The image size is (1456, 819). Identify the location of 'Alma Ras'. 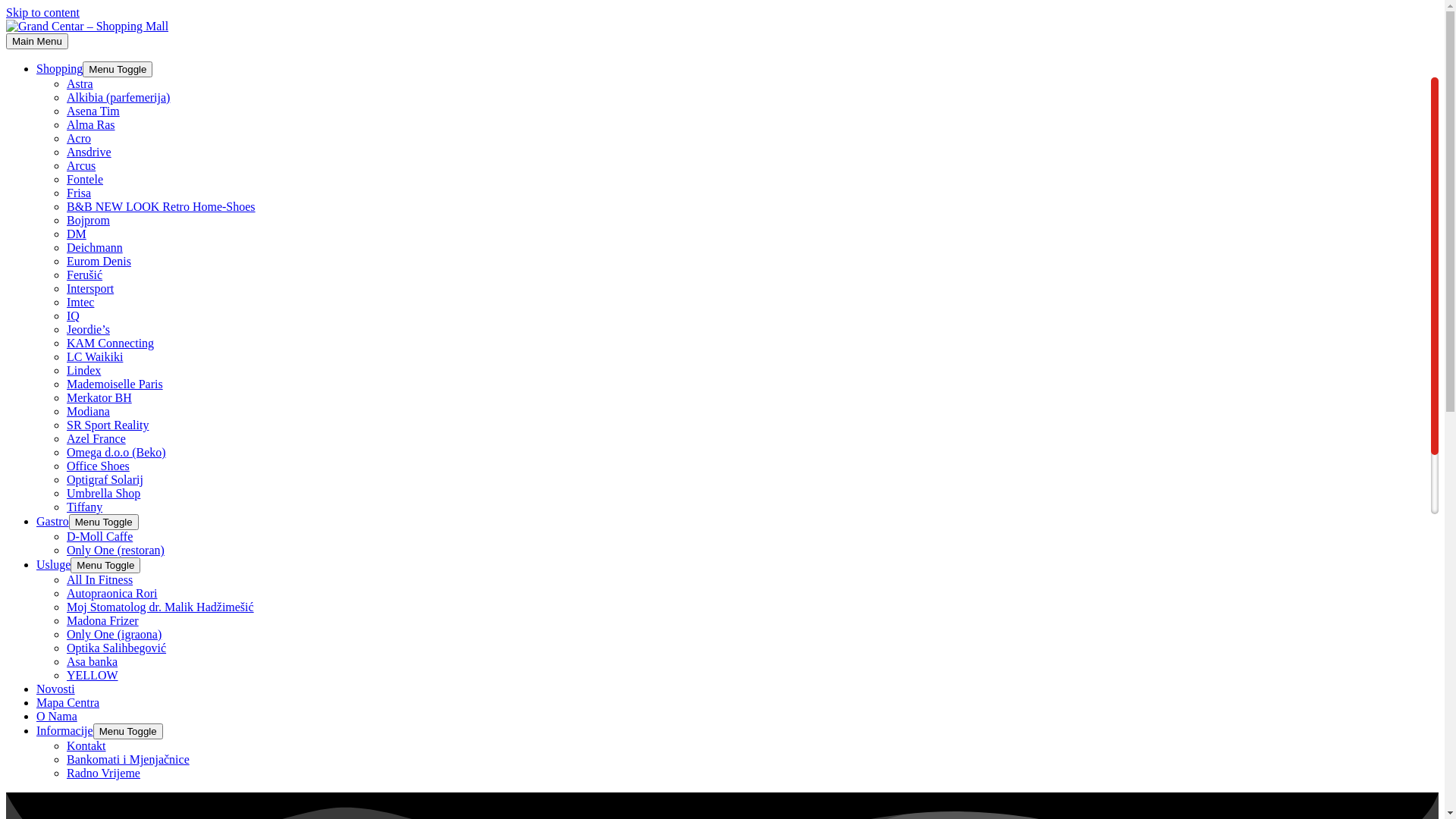
(90, 124).